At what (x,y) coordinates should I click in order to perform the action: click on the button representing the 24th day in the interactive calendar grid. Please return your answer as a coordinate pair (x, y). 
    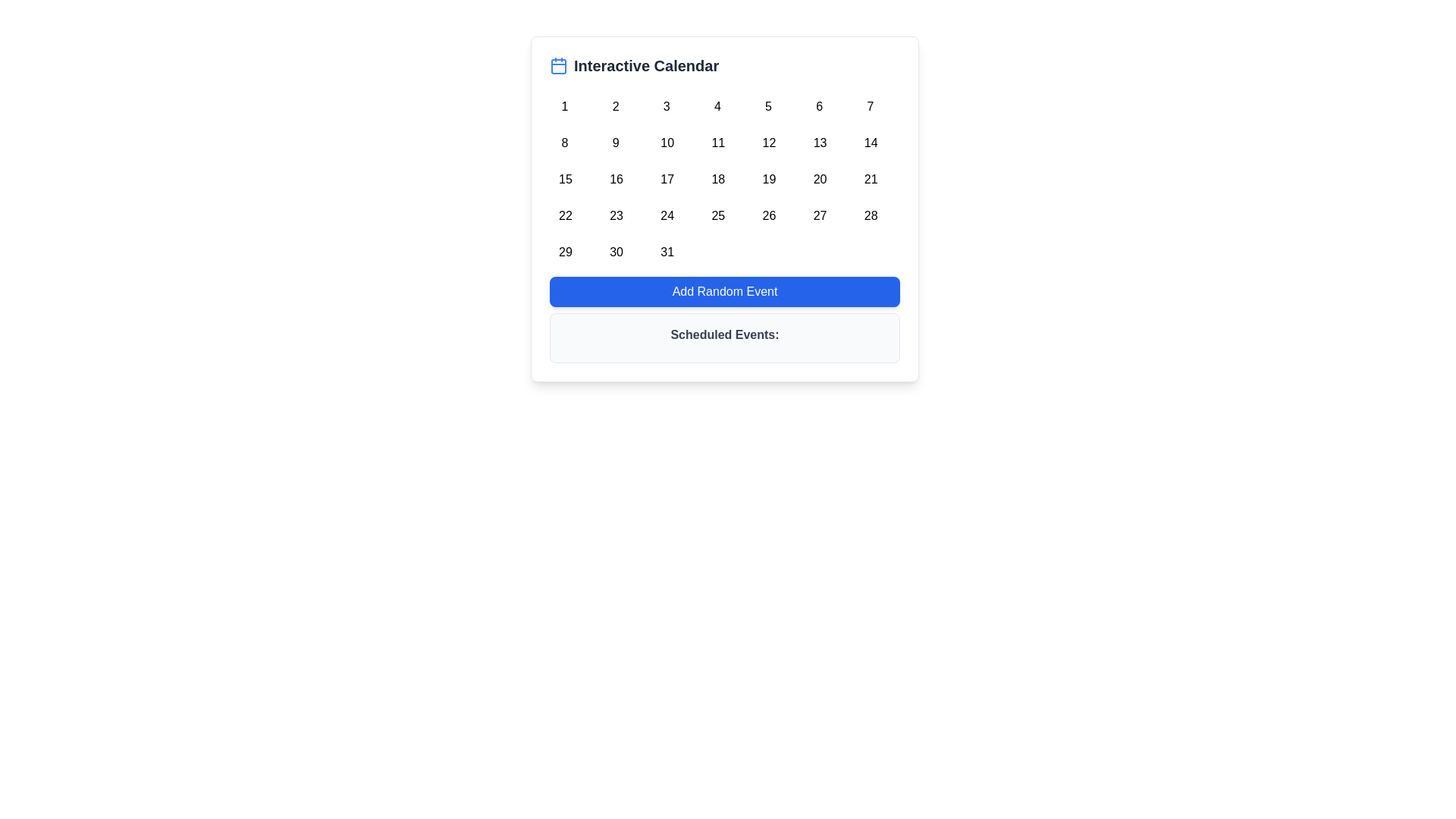
    Looking at the image, I should click on (667, 213).